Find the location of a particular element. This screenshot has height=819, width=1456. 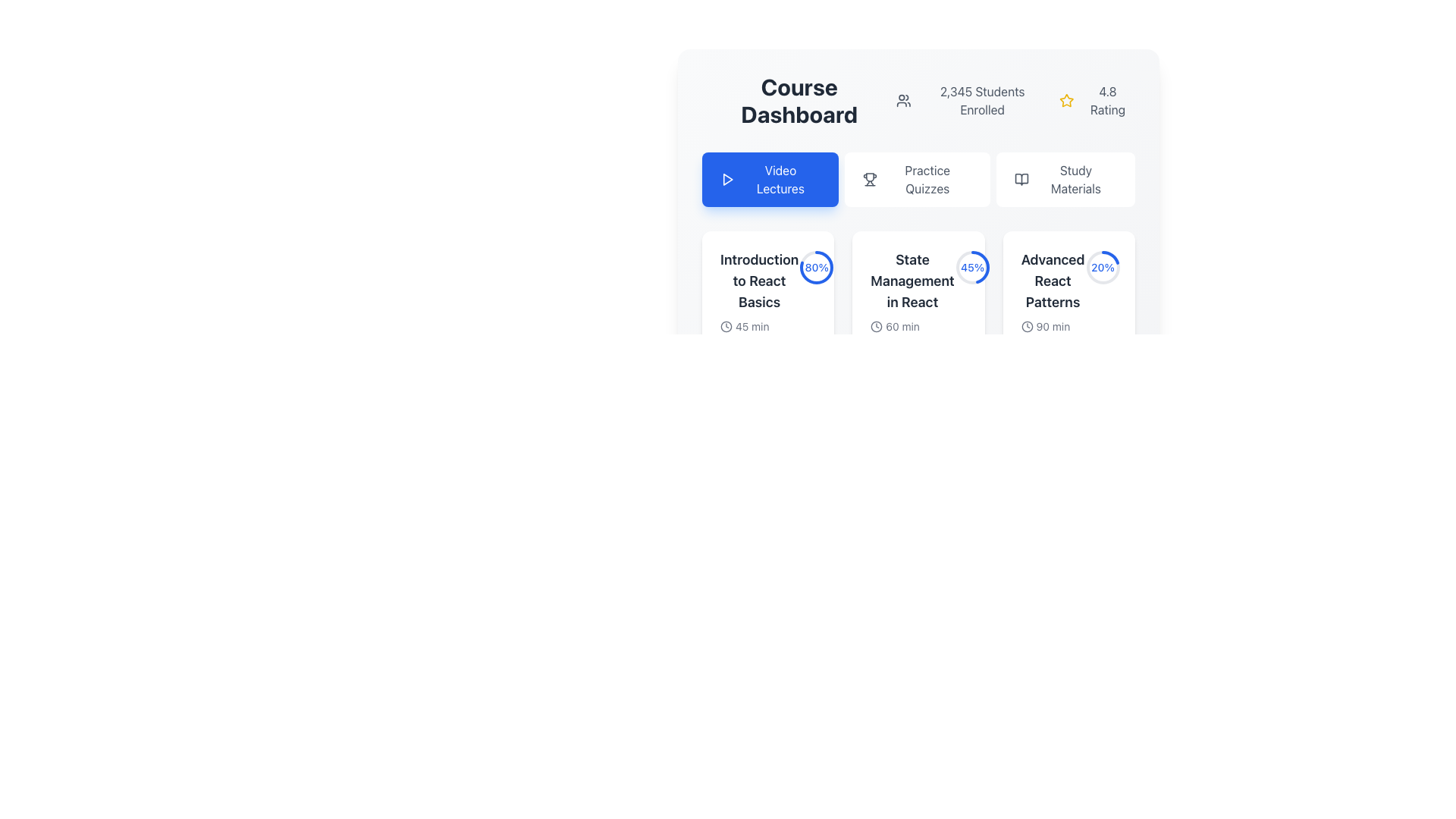

the star icon with a yellow outline and hollow center, located next to the '4.8 Rating' text is located at coordinates (1065, 100).